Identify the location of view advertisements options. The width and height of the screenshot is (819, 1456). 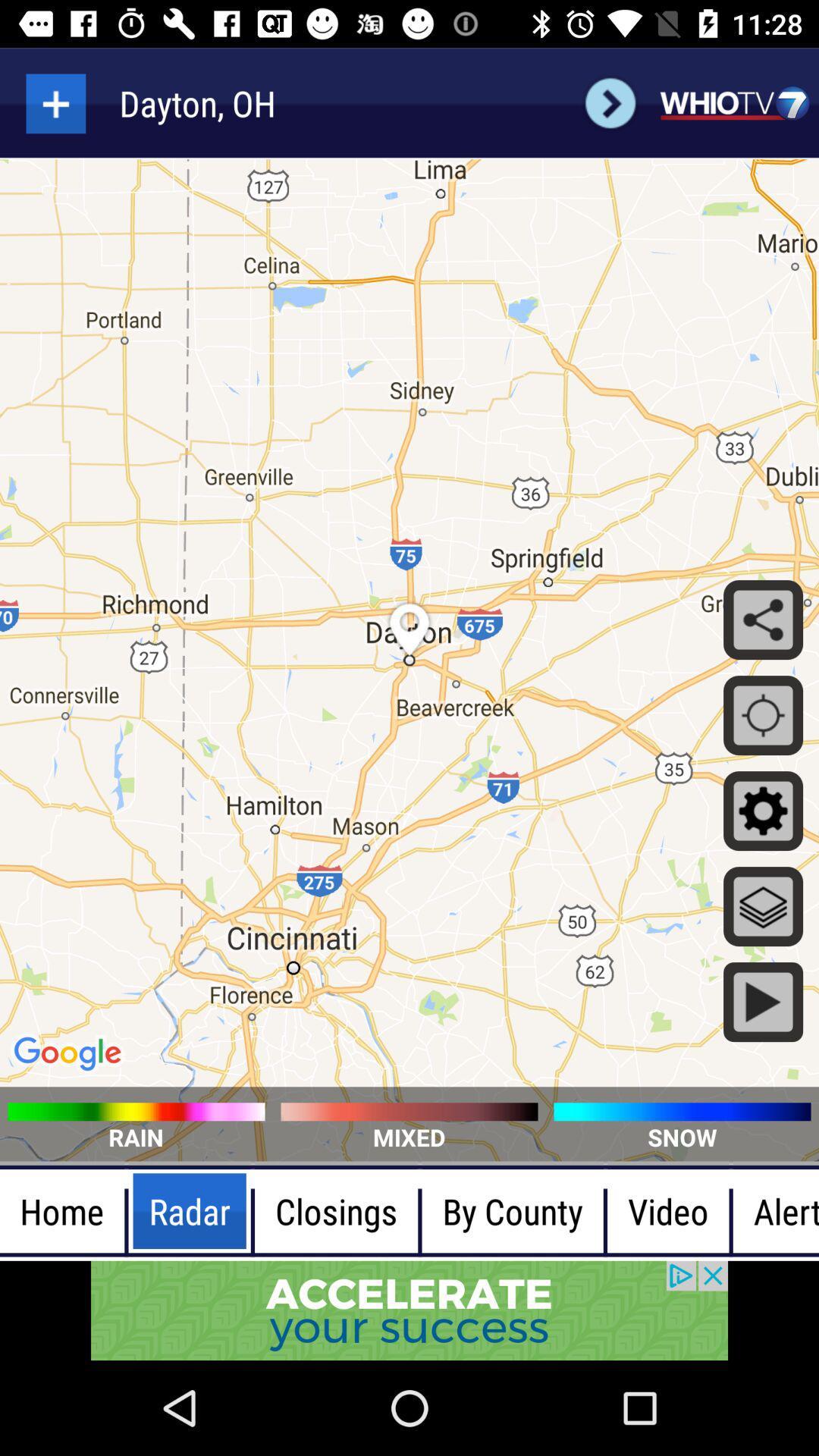
(409, 1310).